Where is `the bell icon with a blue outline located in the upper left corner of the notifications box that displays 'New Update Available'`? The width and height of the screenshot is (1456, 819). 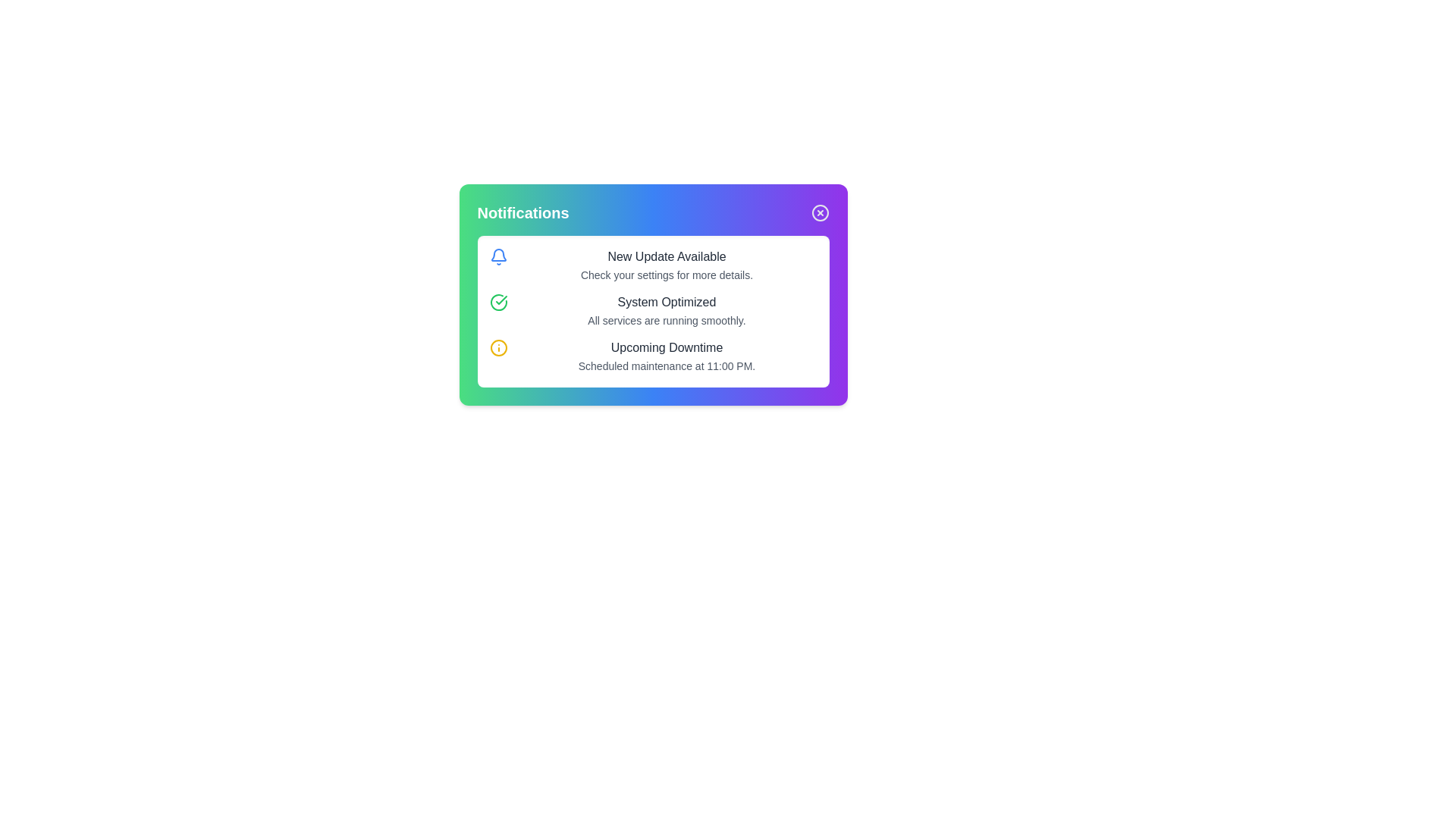 the bell icon with a blue outline located in the upper left corner of the notifications box that displays 'New Update Available' is located at coordinates (498, 256).